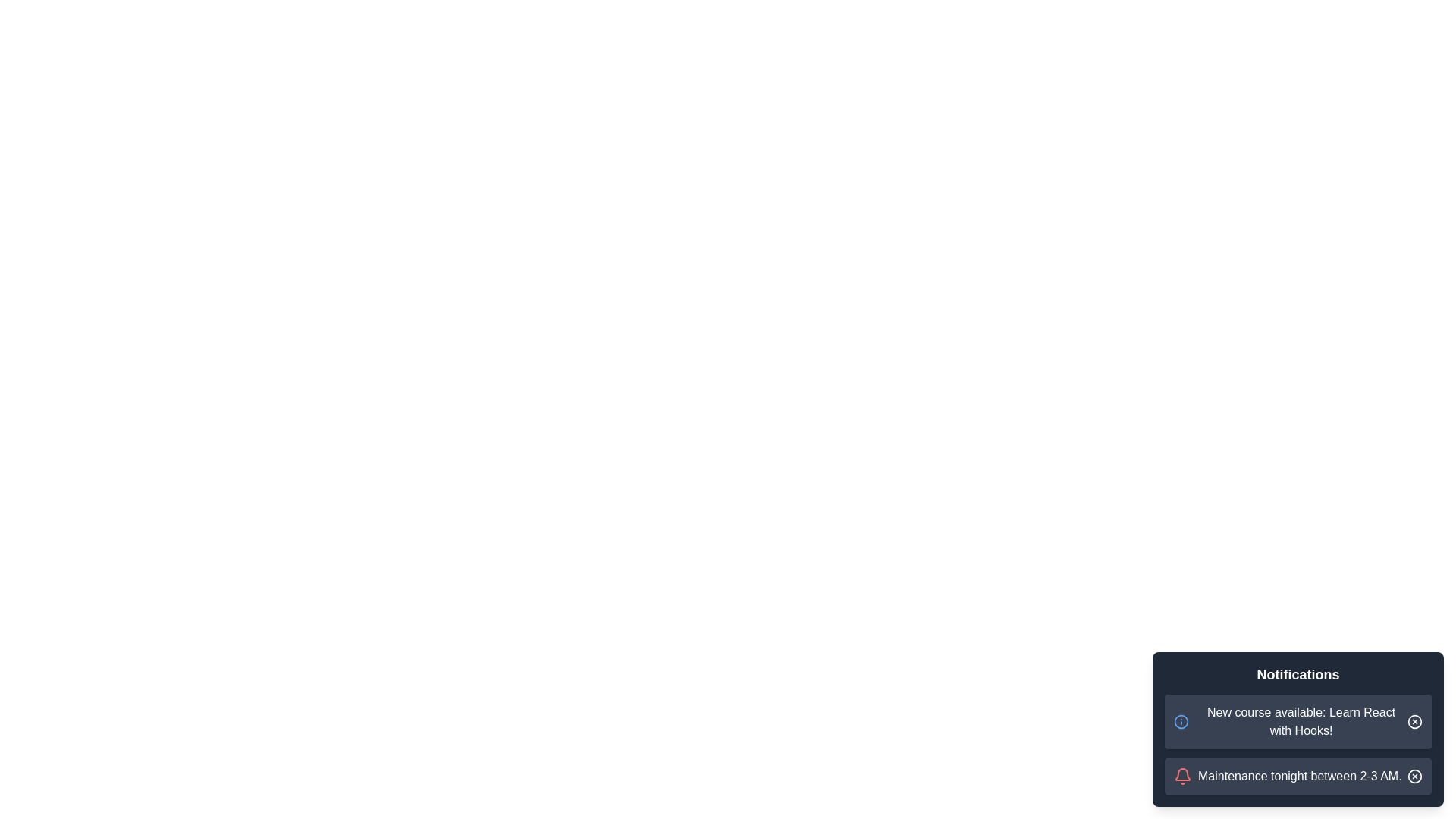 The height and width of the screenshot is (819, 1456). Describe the element at coordinates (1298, 721) in the screenshot. I see `the notification item to trigger the hover effect` at that location.